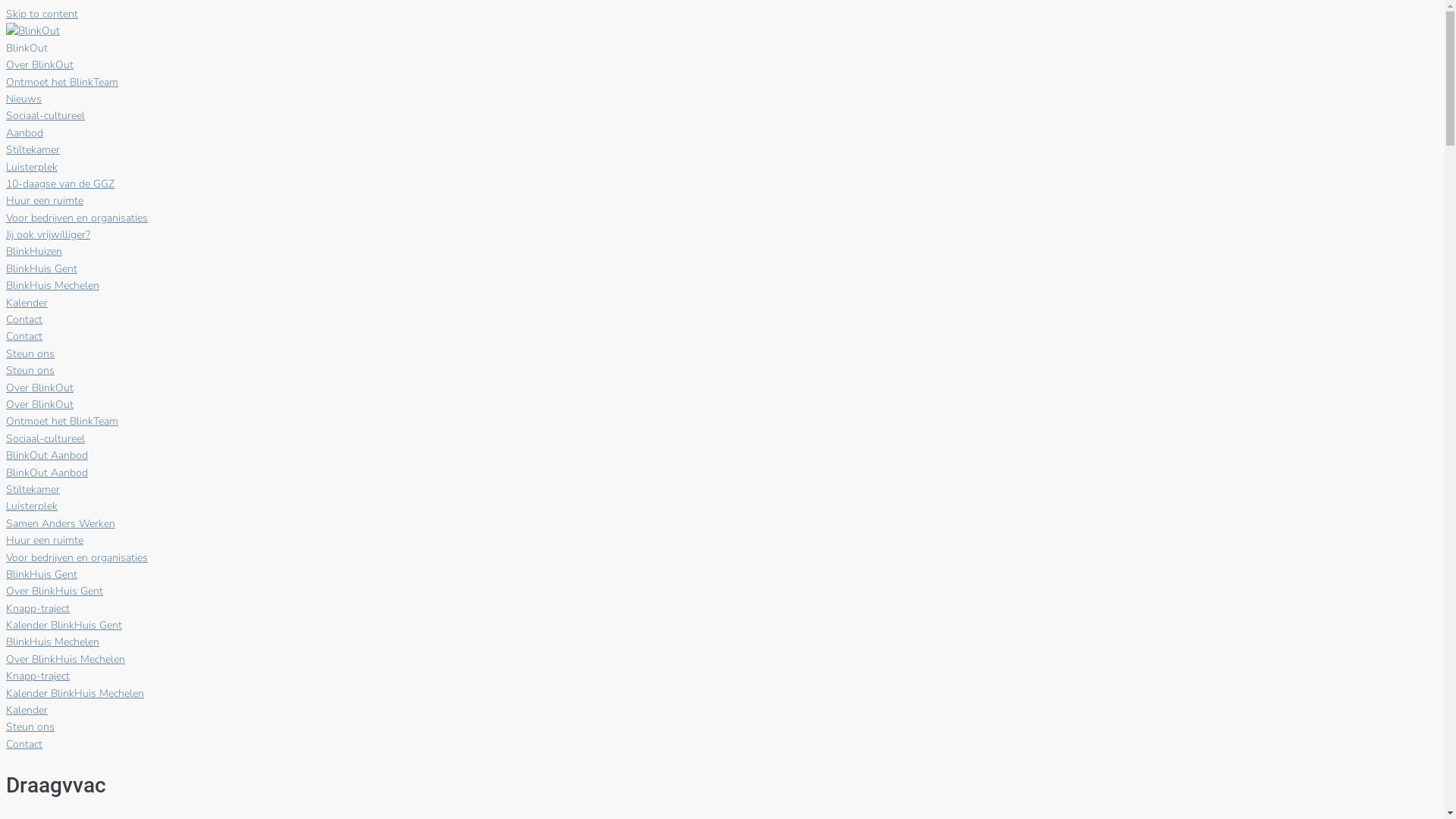 Image resolution: width=1456 pixels, height=819 pixels. Describe the element at coordinates (52, 285) in the screenshot. I see `'BlinkHuis Mechelen'` at that location.